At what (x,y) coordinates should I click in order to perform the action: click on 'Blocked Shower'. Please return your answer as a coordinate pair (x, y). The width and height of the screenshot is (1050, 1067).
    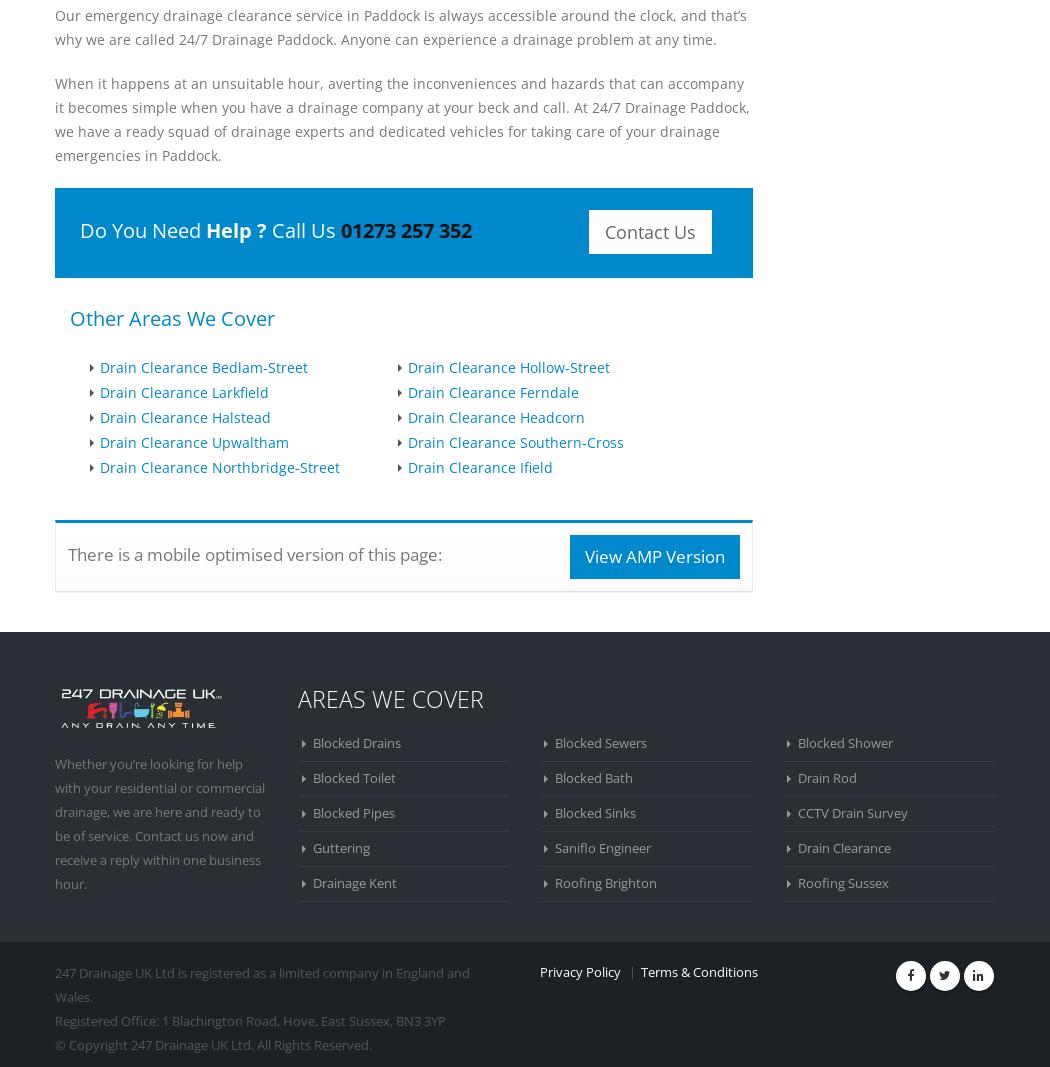
    Looking at the image, I should click on (844, 742).